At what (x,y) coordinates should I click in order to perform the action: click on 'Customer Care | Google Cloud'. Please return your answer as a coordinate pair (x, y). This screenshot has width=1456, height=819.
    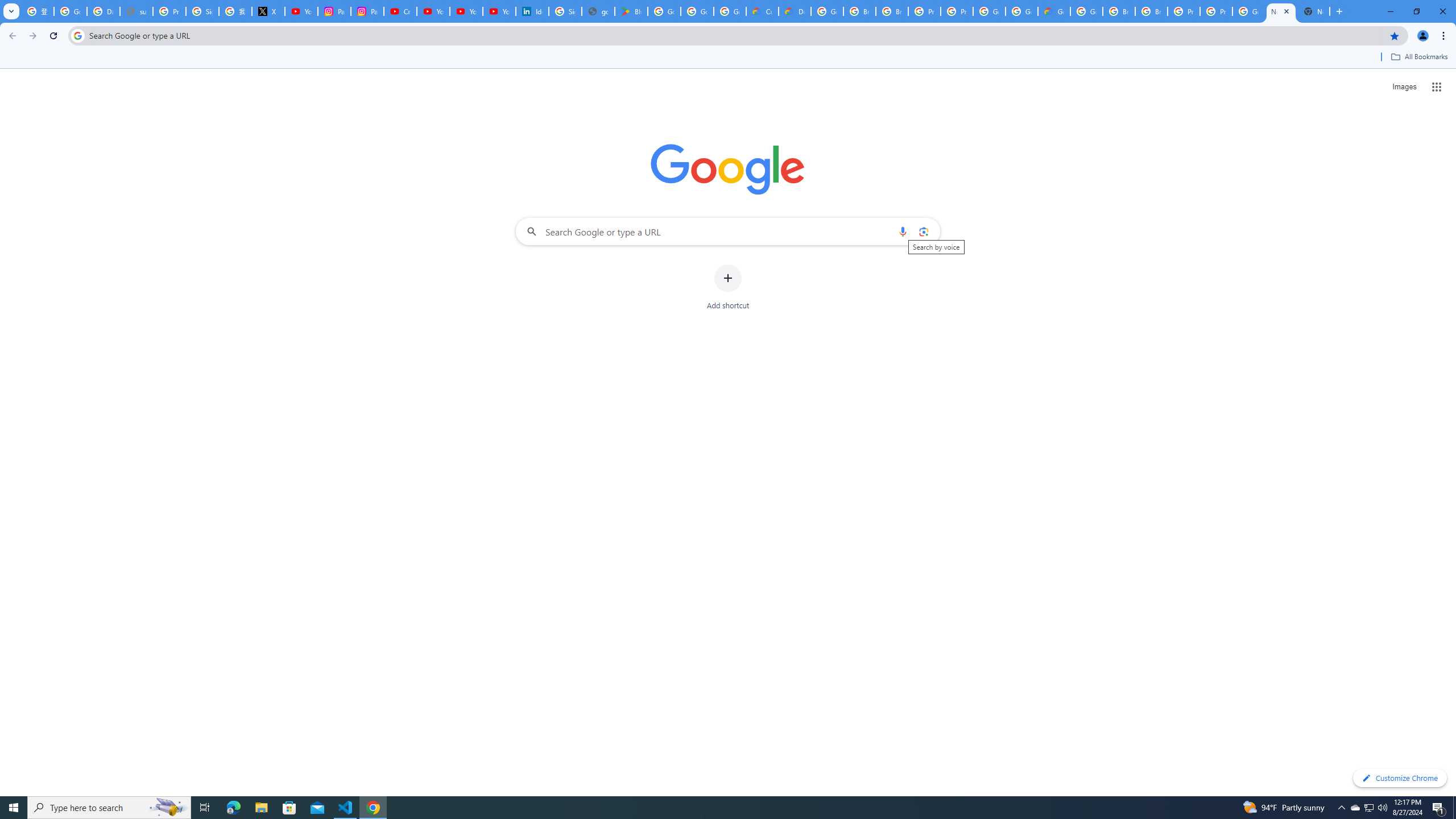
    Looking at the image, I should click on (762, 11).